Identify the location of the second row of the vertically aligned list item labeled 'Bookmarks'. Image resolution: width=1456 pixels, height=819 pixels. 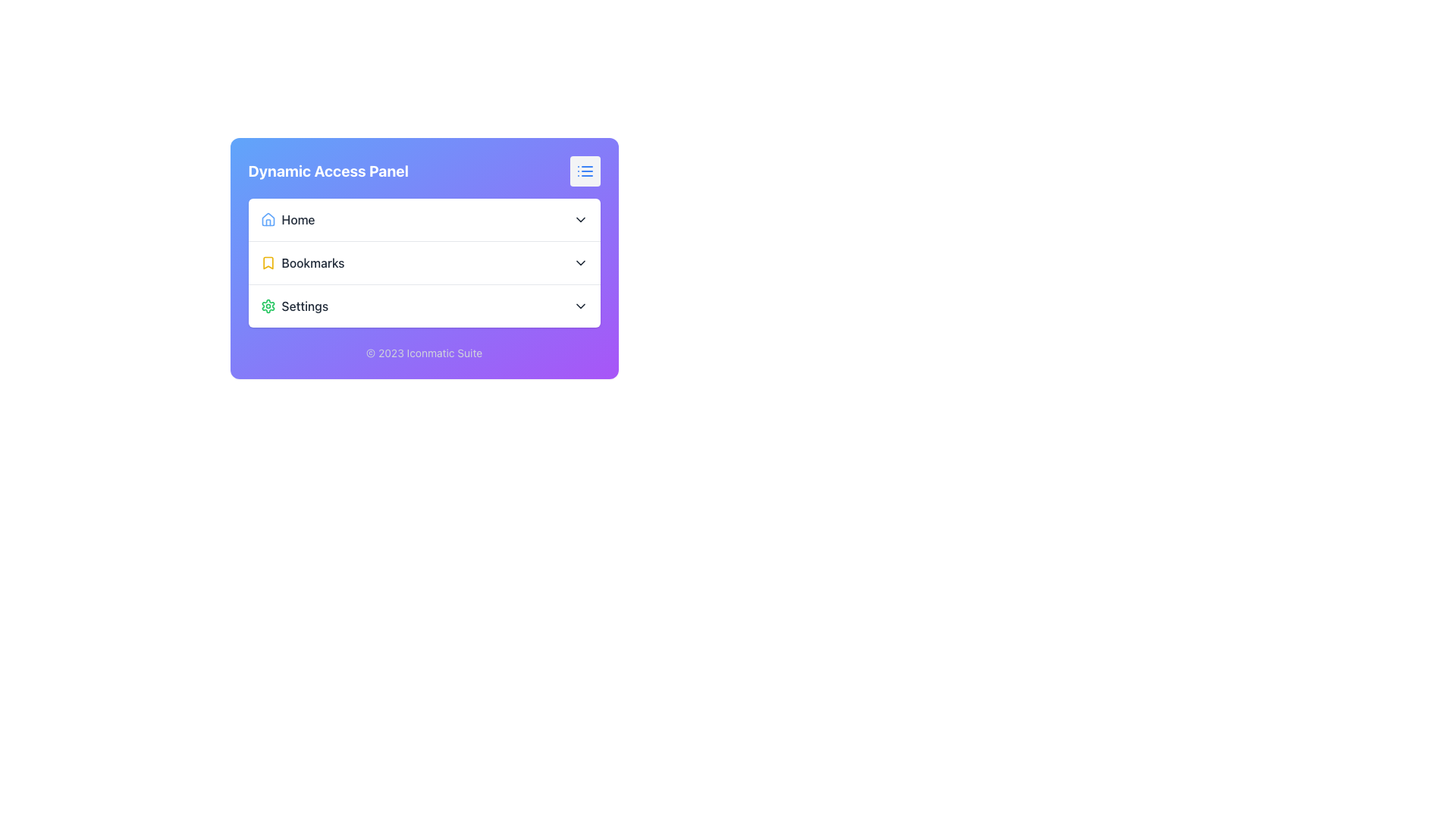
(424, 262).